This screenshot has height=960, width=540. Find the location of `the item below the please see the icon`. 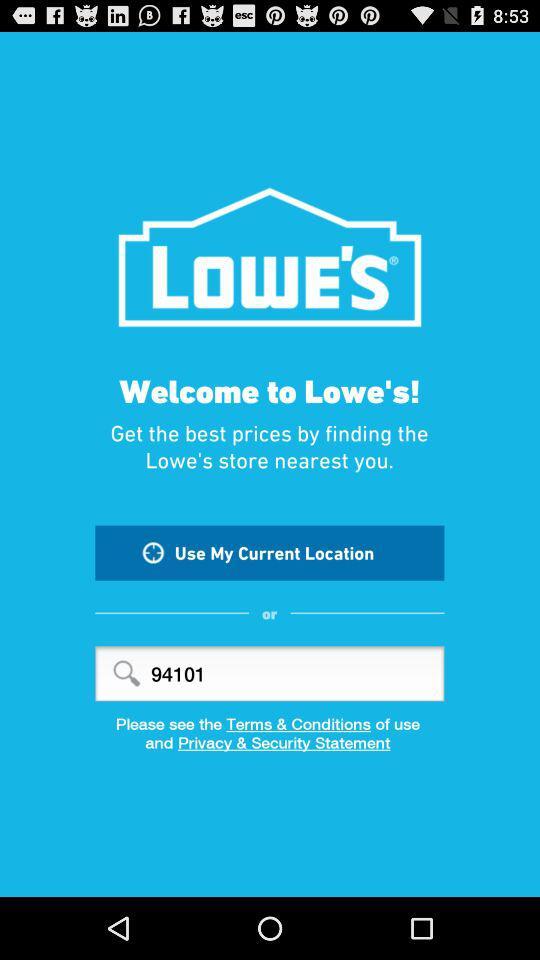

the item below the please see the icon is located at coordinates (270, 748).